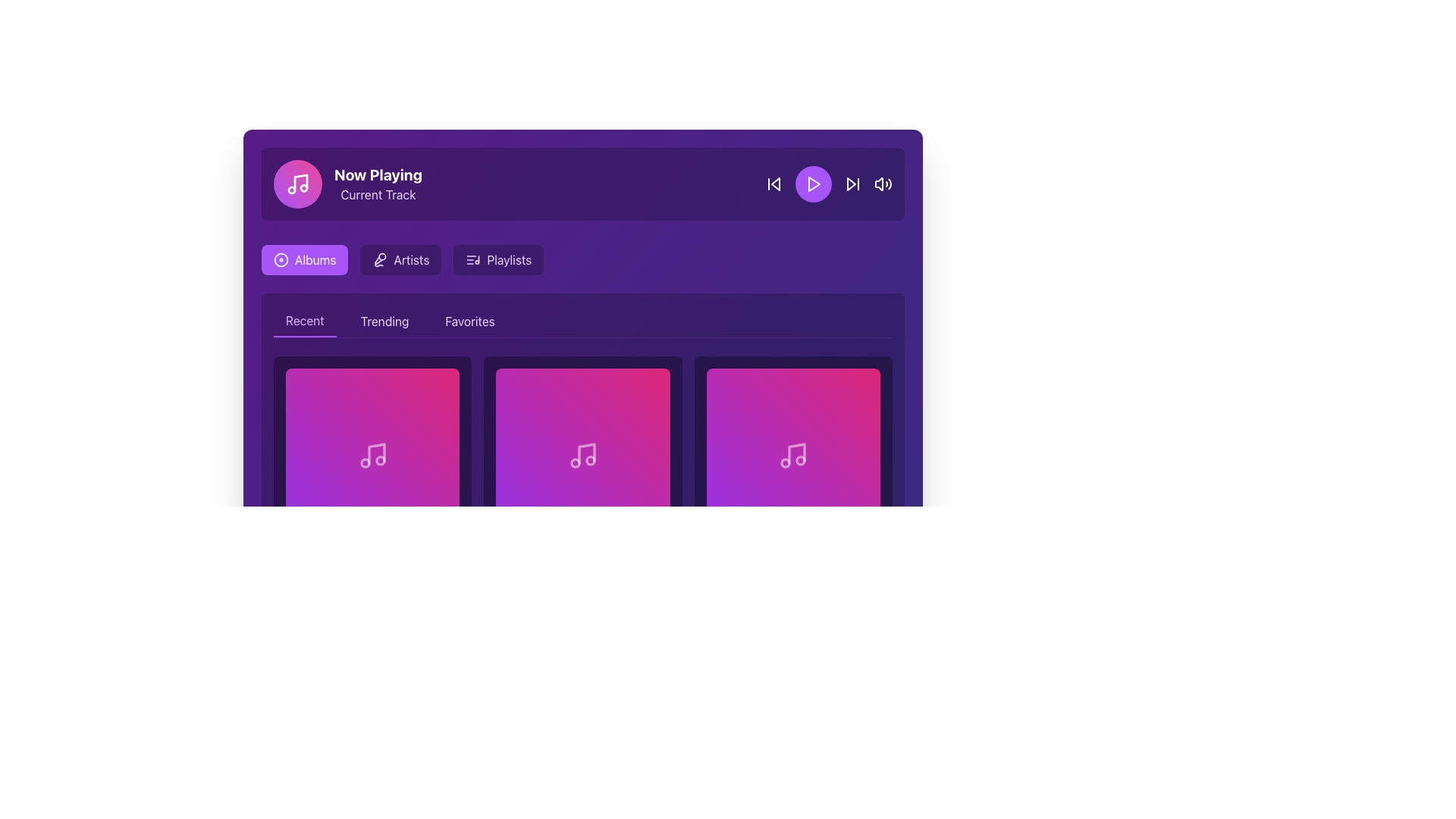  I want to click on the central triangular play icon within the circular purple button located on the top-right corner of the media player controls to play the media, so click(813, 184).